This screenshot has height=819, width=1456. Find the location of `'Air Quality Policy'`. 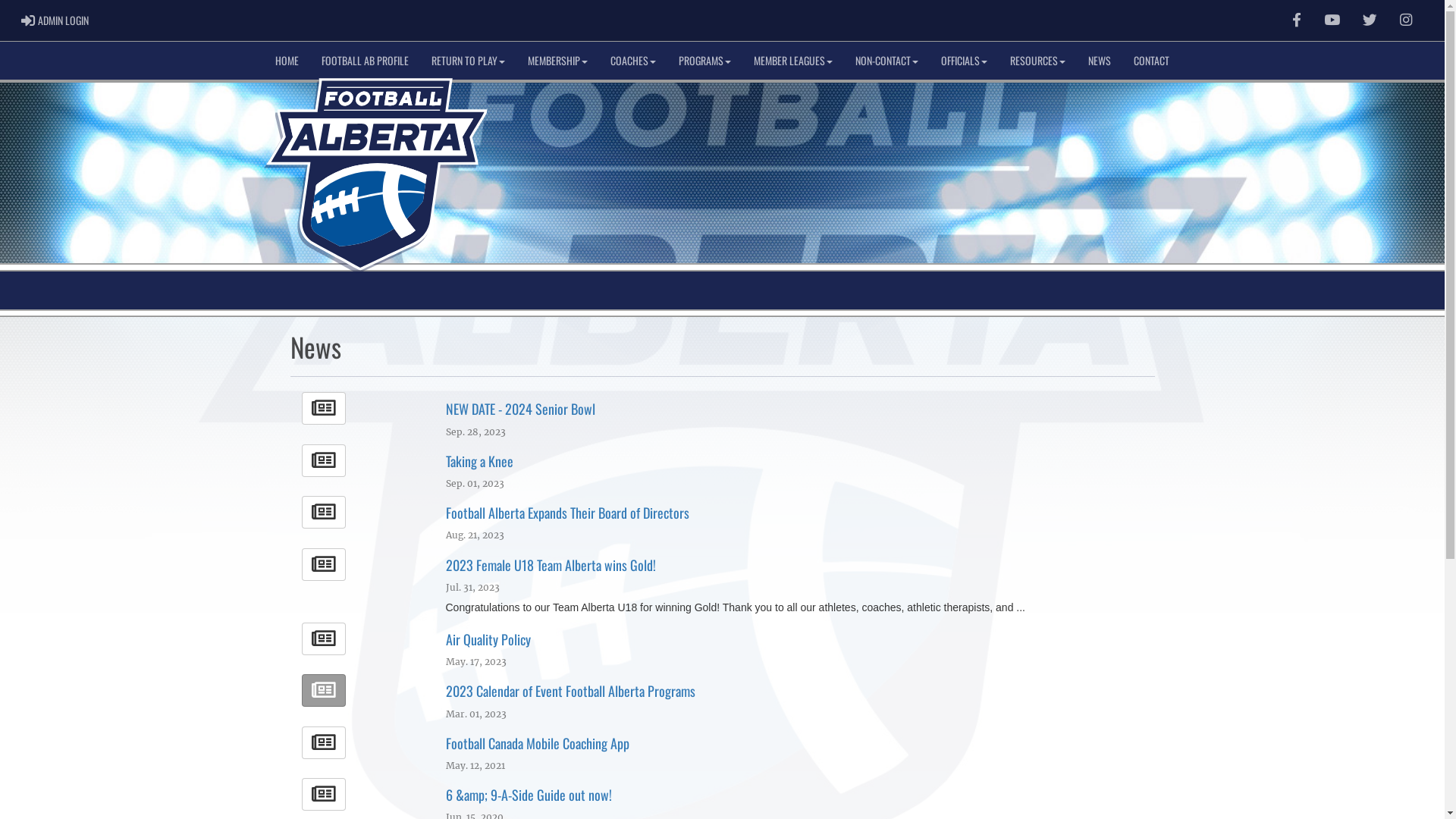

'Air Quality Policy' is located at coordinates (488, 639).